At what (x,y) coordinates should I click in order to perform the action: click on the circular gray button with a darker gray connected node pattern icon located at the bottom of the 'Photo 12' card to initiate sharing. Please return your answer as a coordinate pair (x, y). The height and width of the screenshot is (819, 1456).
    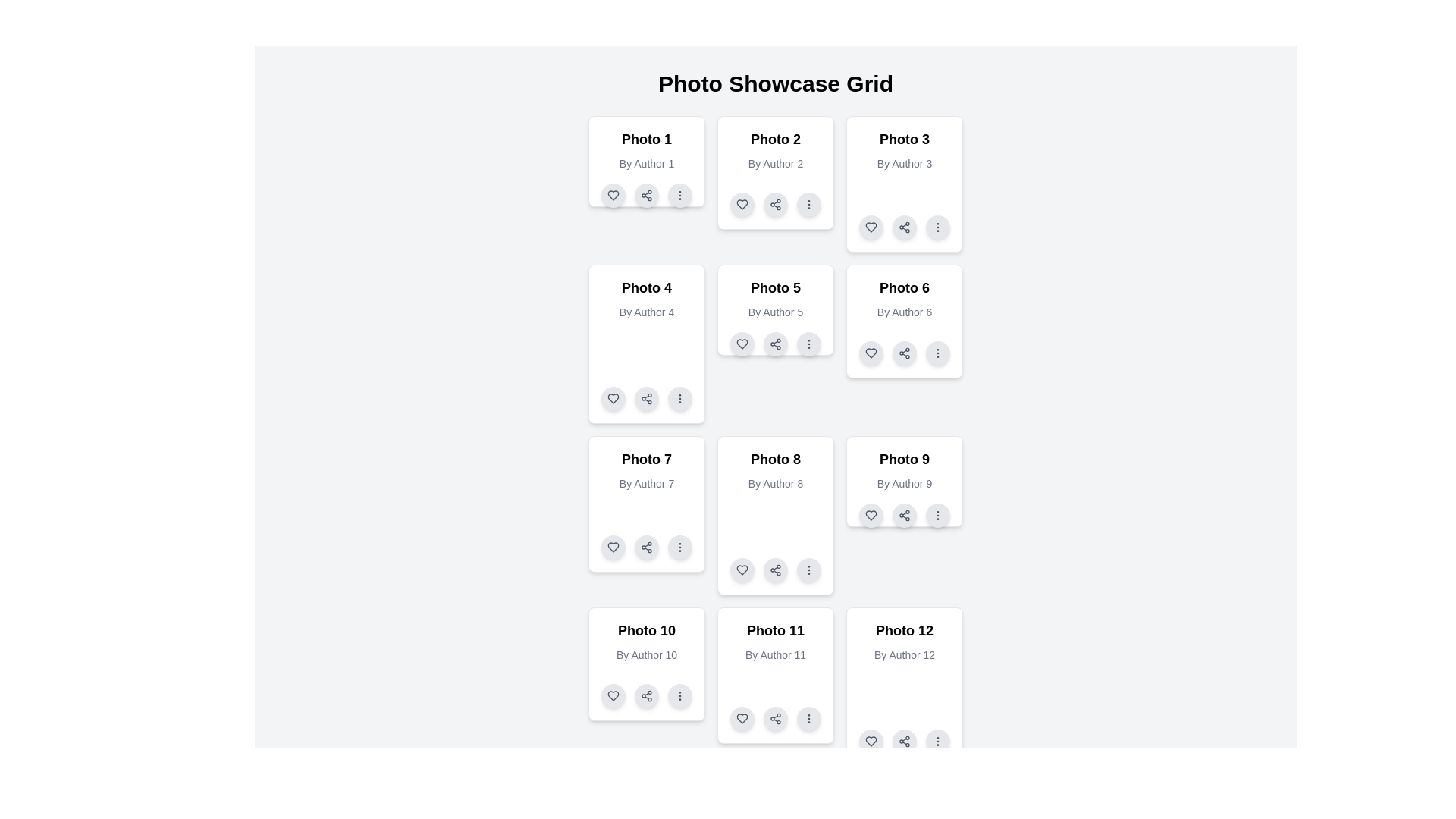
    Looking at the image, I should click on (905, 741).